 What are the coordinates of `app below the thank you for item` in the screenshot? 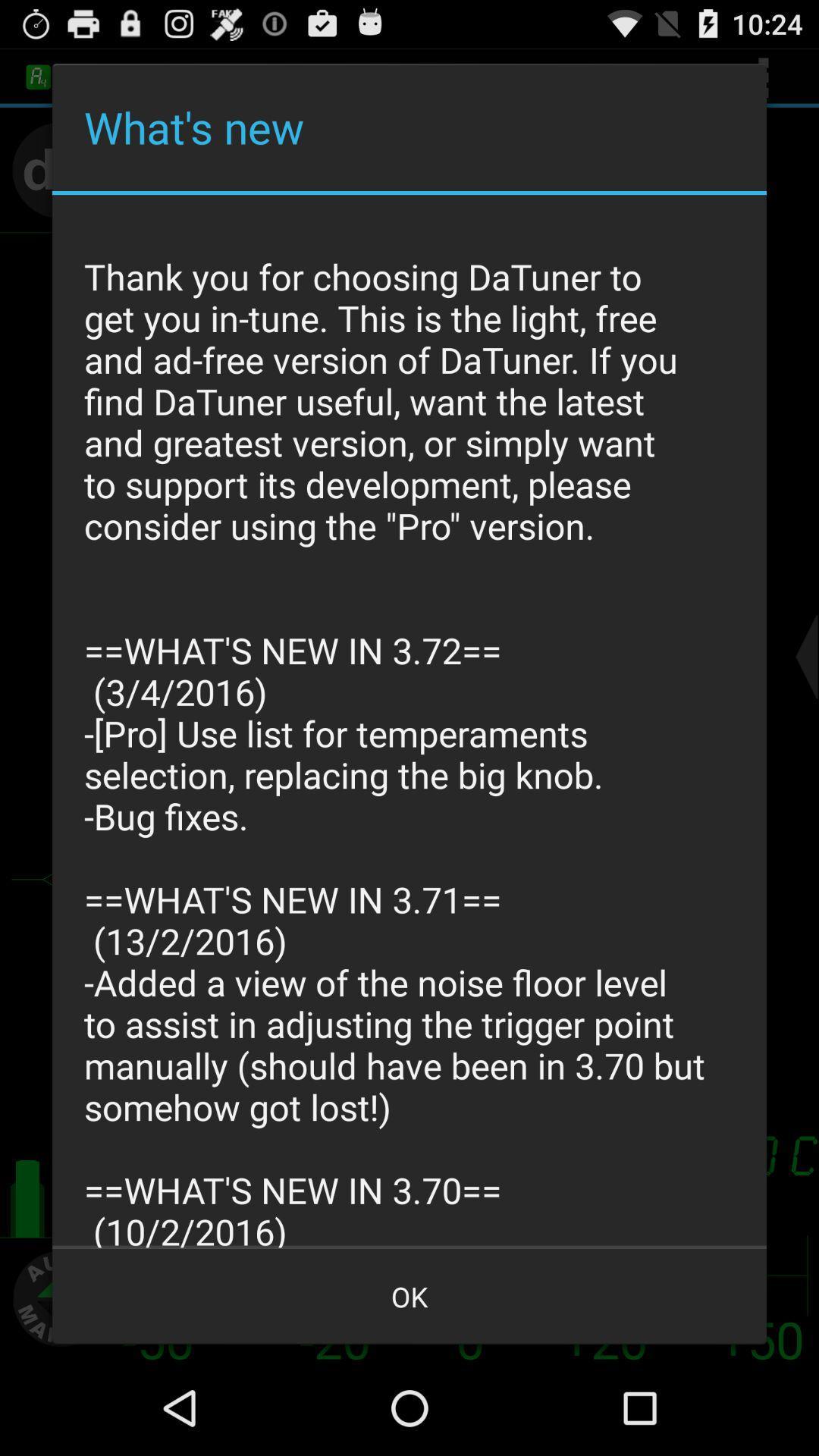 It's located at (409, 1295).